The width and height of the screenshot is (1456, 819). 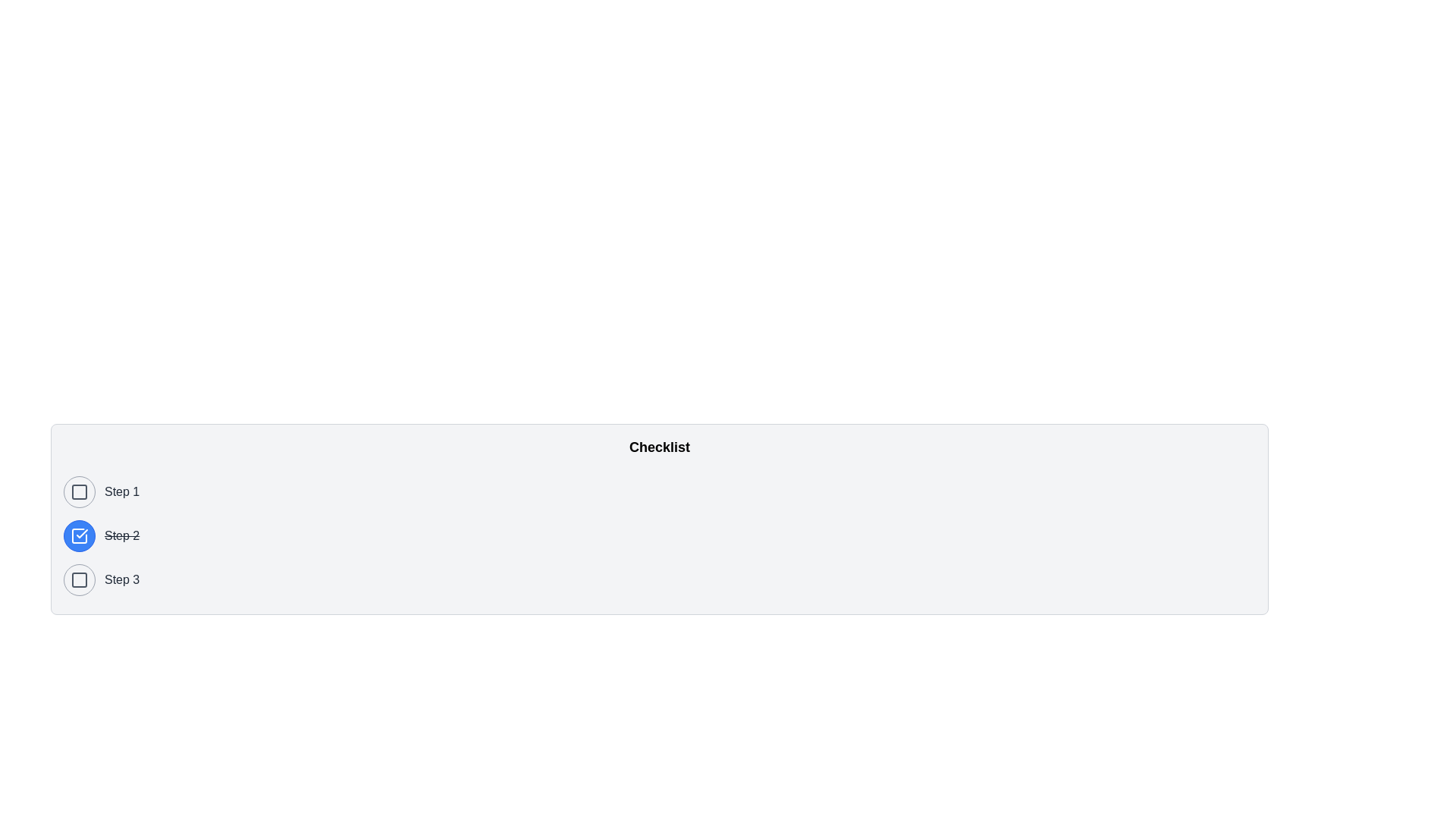 I want to click on the label displaying 'Step 2' with a strikethrough, which is part of a checklist interface, positioned between 'Step 1' and 'Step 3' and aligned with a blue circular icon containing a checkmark, so click(x=122, y=535).